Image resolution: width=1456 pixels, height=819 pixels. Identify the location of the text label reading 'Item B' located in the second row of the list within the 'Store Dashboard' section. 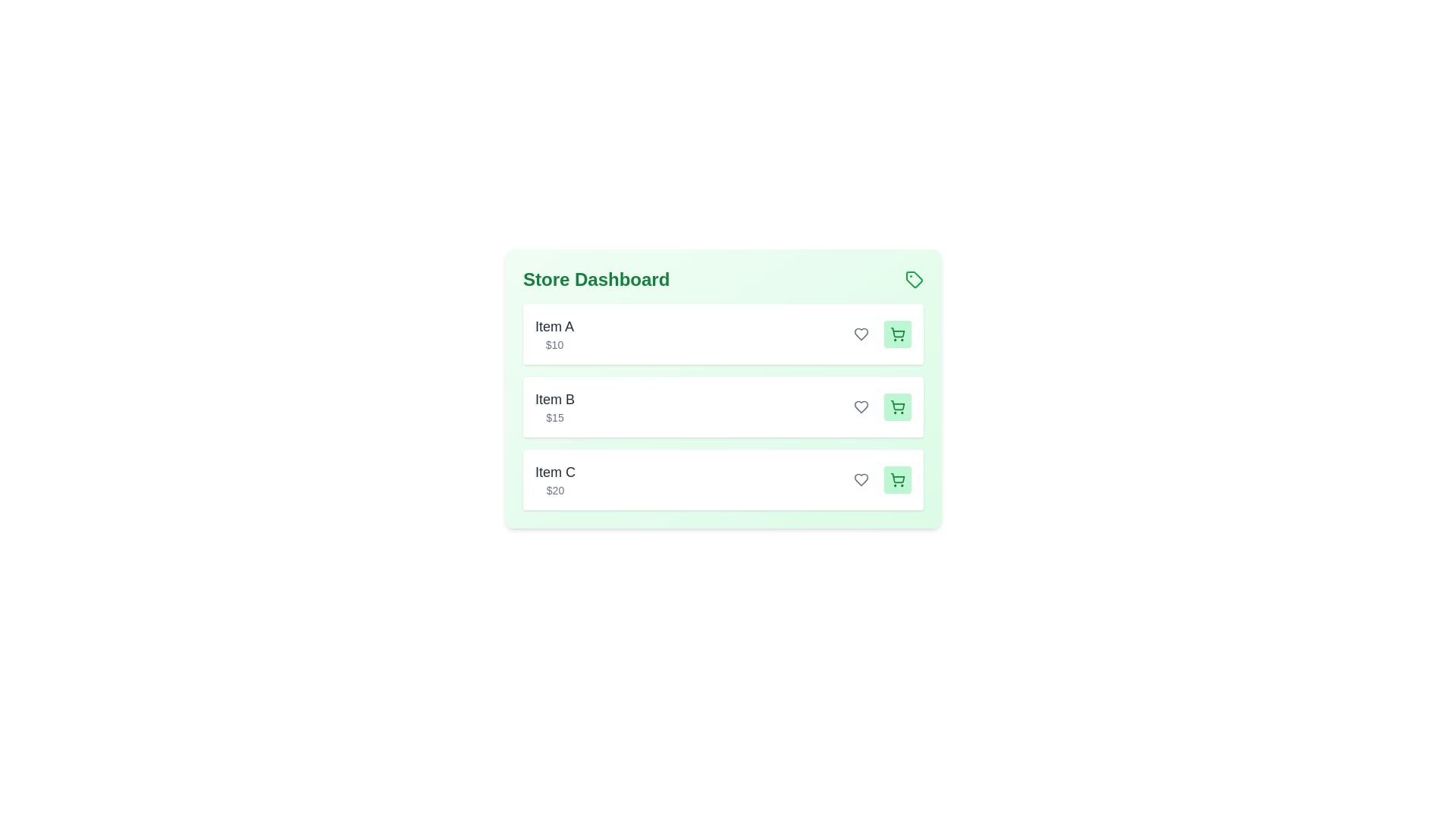
(554, 399).